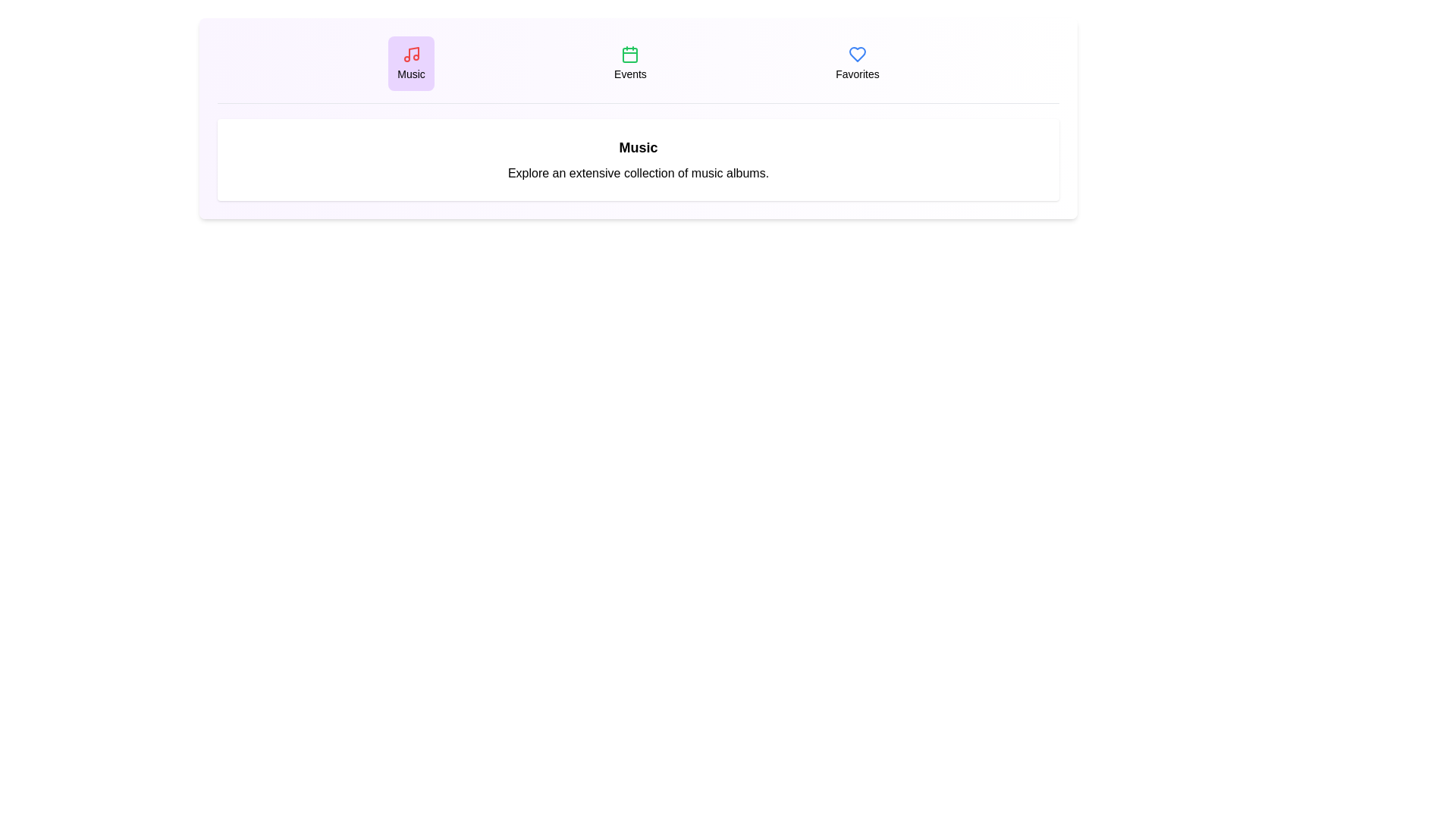  Describe the element at coordinates (857, 63) in the screenshot. I see `the tab labeled Favorites to view its content` at that location.